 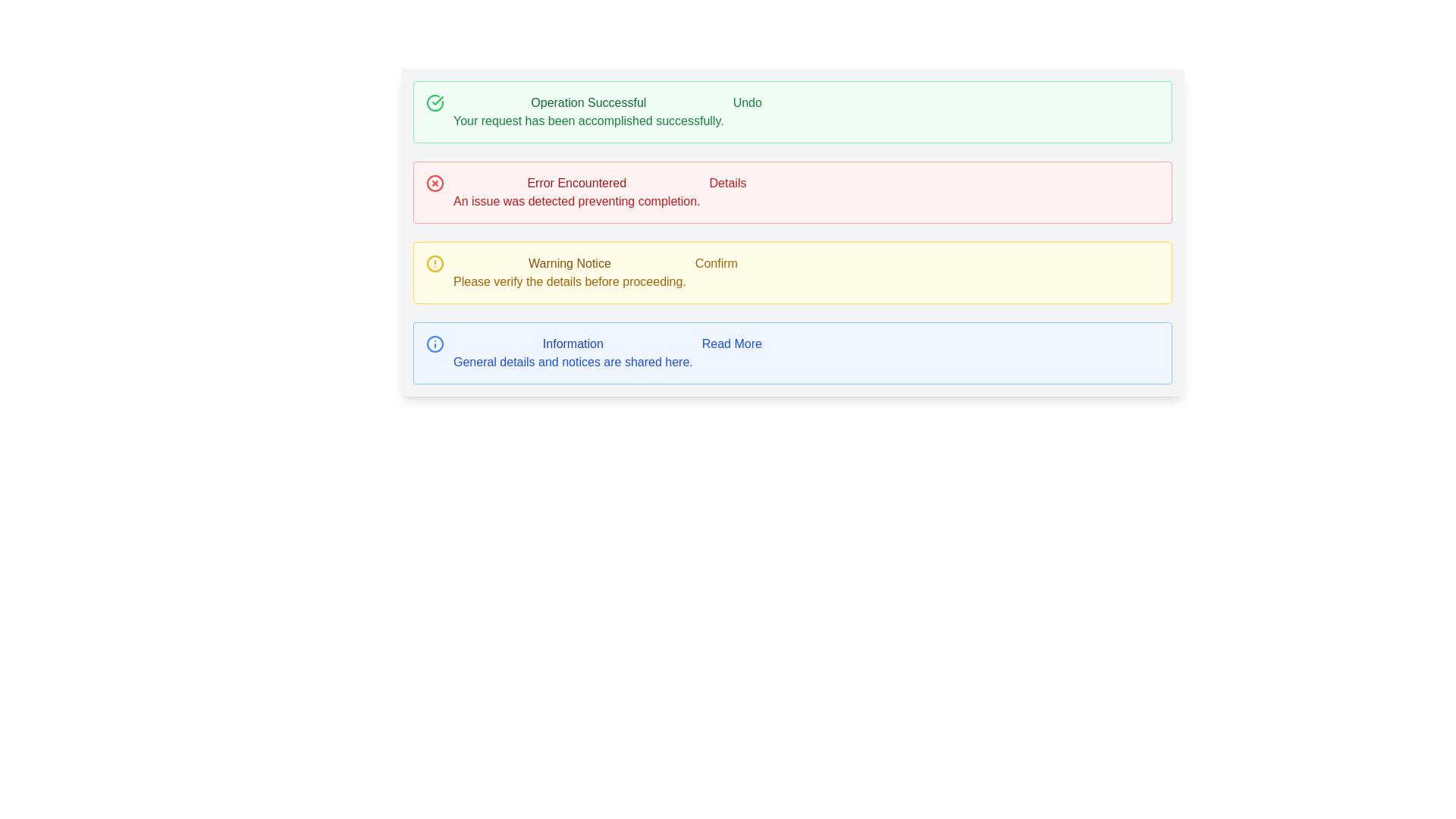 I want to click on textual information block that displays 'Error Encountered' with a warning message, which is centrally aligned within a pale red rectangular alert box, so click(x=576, y=192).